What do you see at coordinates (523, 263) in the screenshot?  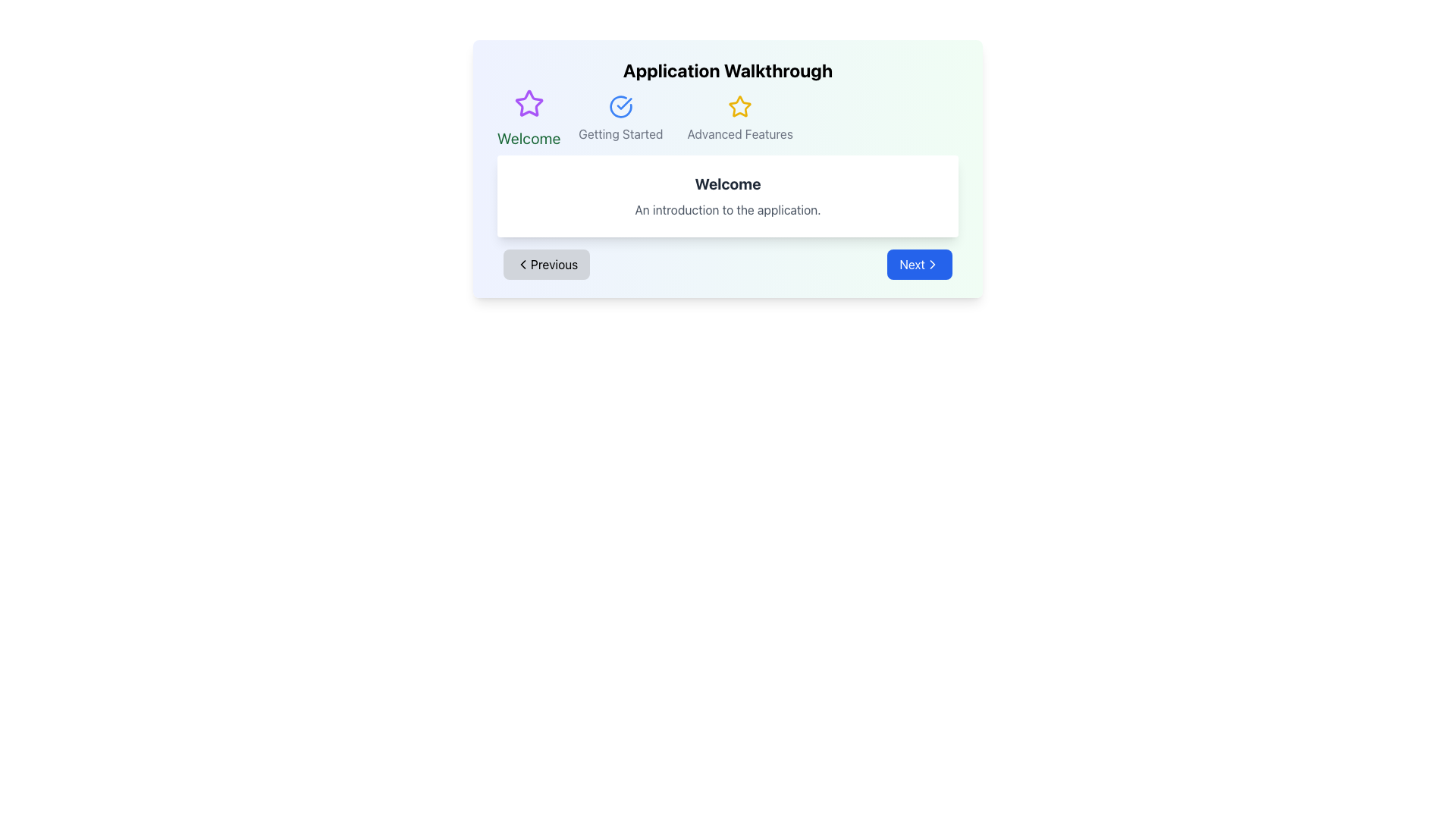 I see `left-chevron icon located inside the 'Previous' button at the bottom left of the main card for details` at bounding box center [523, 263].